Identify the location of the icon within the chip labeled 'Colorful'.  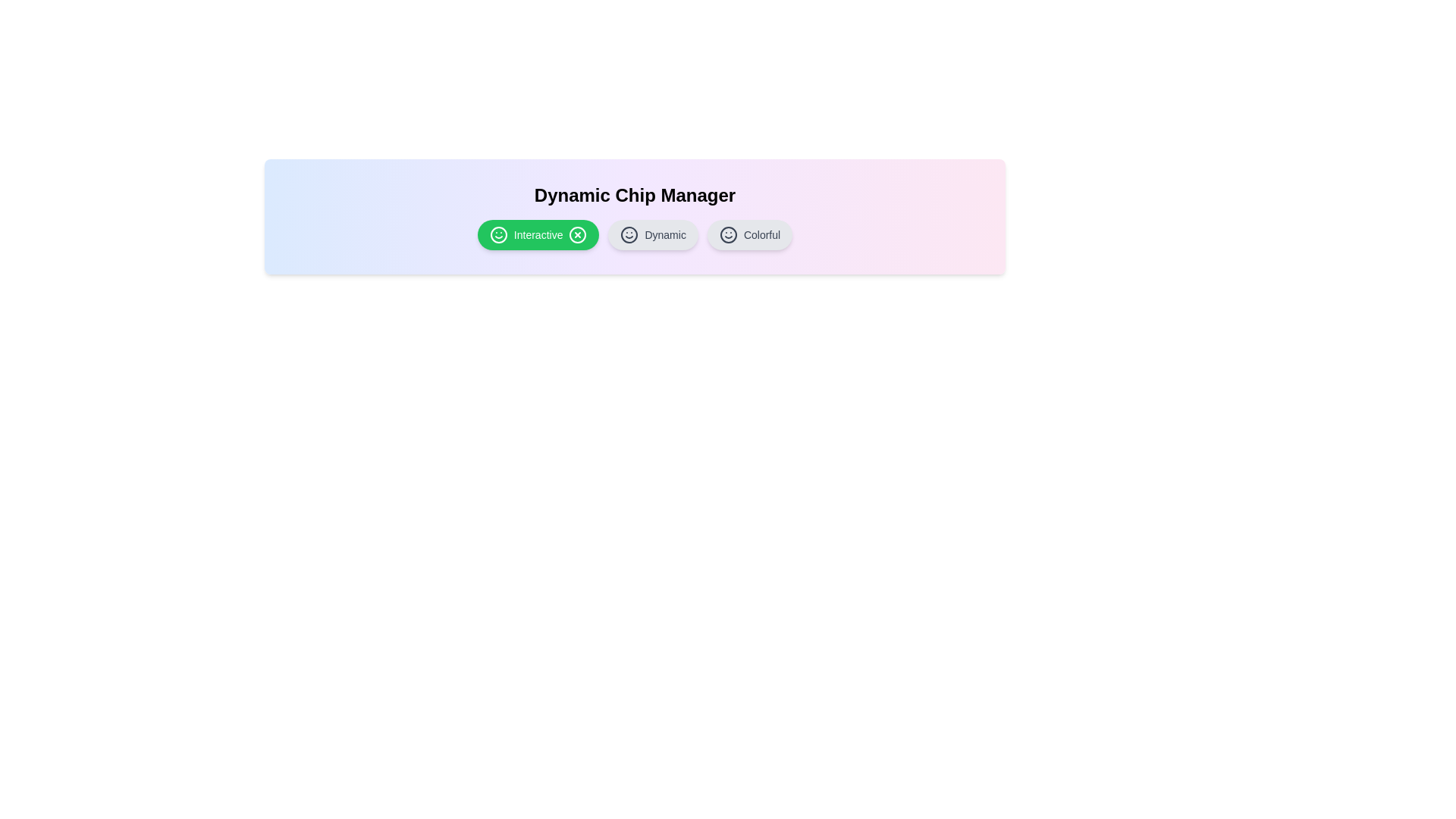
(728, 234).